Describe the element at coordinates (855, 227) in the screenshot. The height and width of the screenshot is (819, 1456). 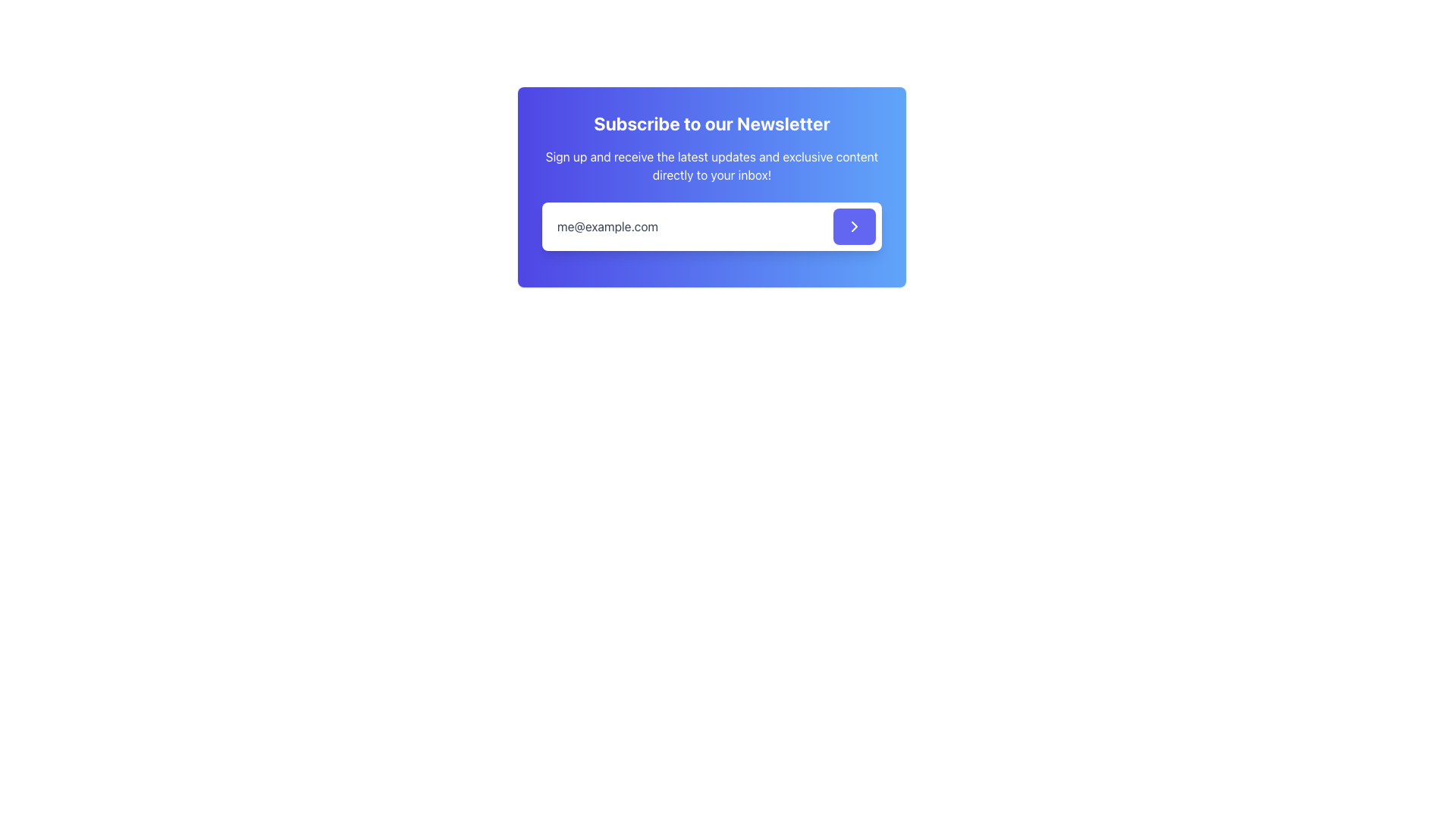
I see `the modern purple button with white text and a rightward-pointing chevron icon, located to the right of the text input field for interactive feedback` at that location.